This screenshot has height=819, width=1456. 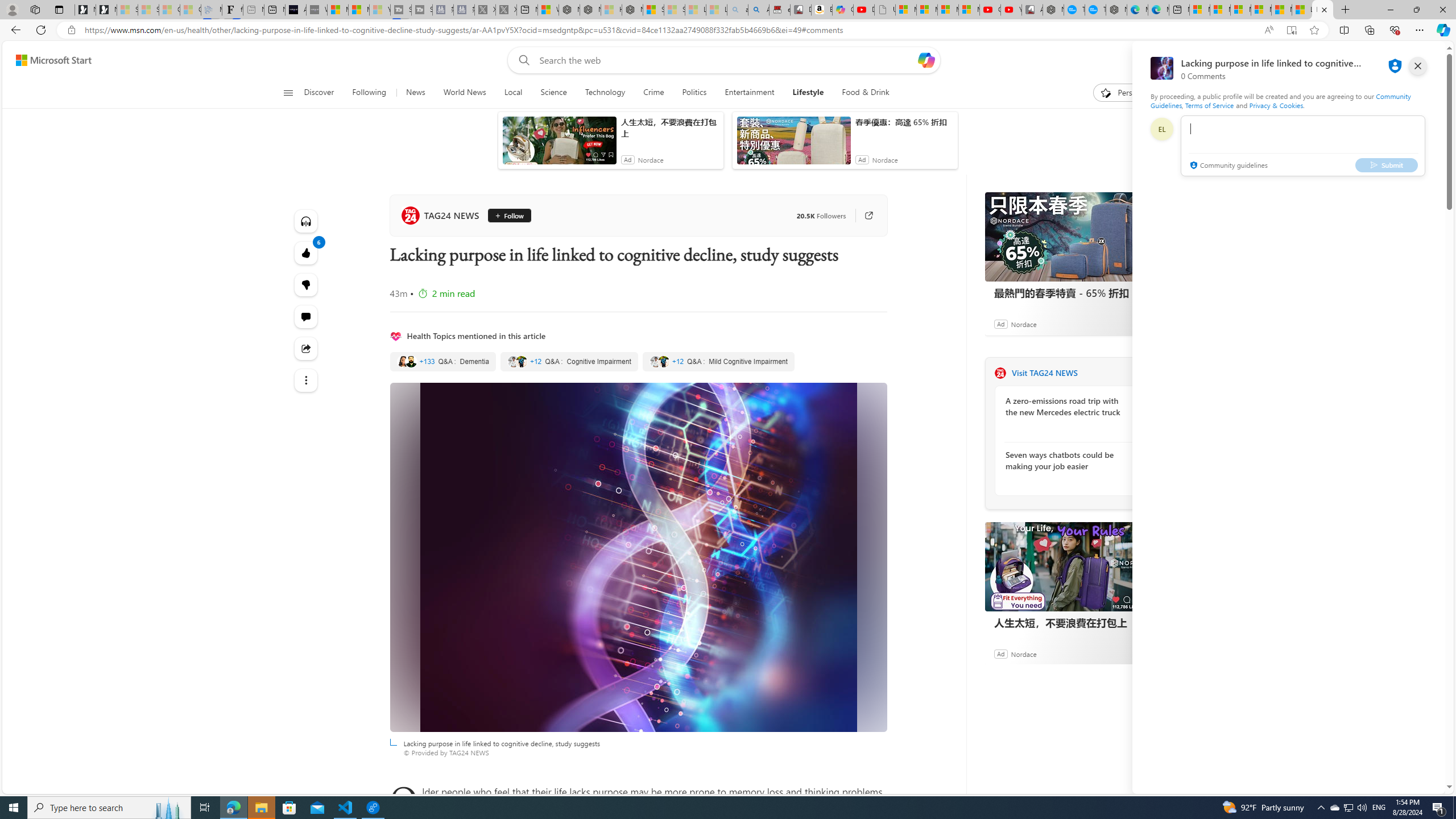 What do you see at coordinates (305, 220) in the screenshot?
I see `'Listen to this article'` at bounding box center [305, 220].